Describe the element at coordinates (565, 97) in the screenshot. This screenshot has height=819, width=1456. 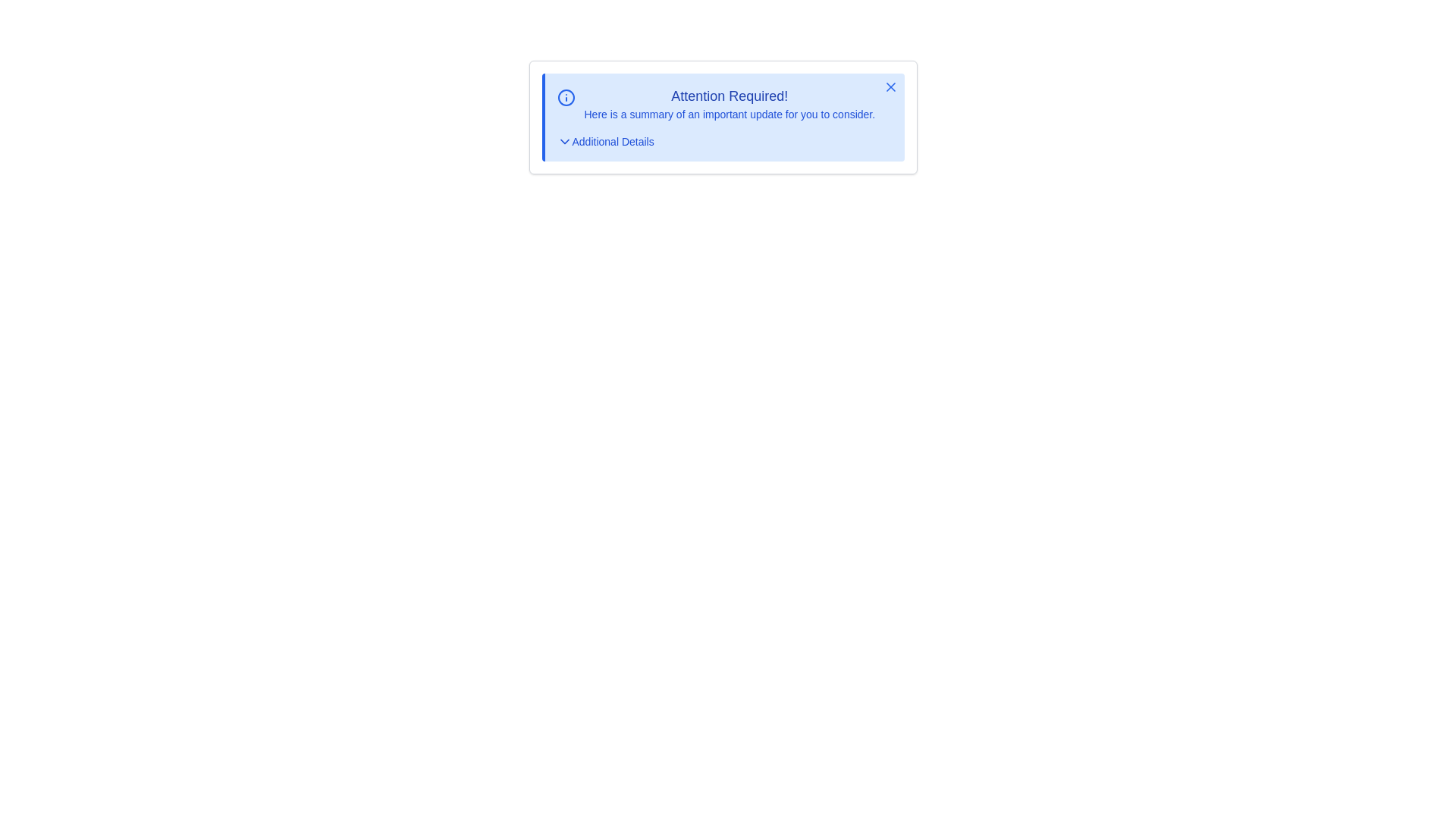
I see `the central circular part of the information icon located to the left of the 'Attention Required!' title in the notification card` at that location.